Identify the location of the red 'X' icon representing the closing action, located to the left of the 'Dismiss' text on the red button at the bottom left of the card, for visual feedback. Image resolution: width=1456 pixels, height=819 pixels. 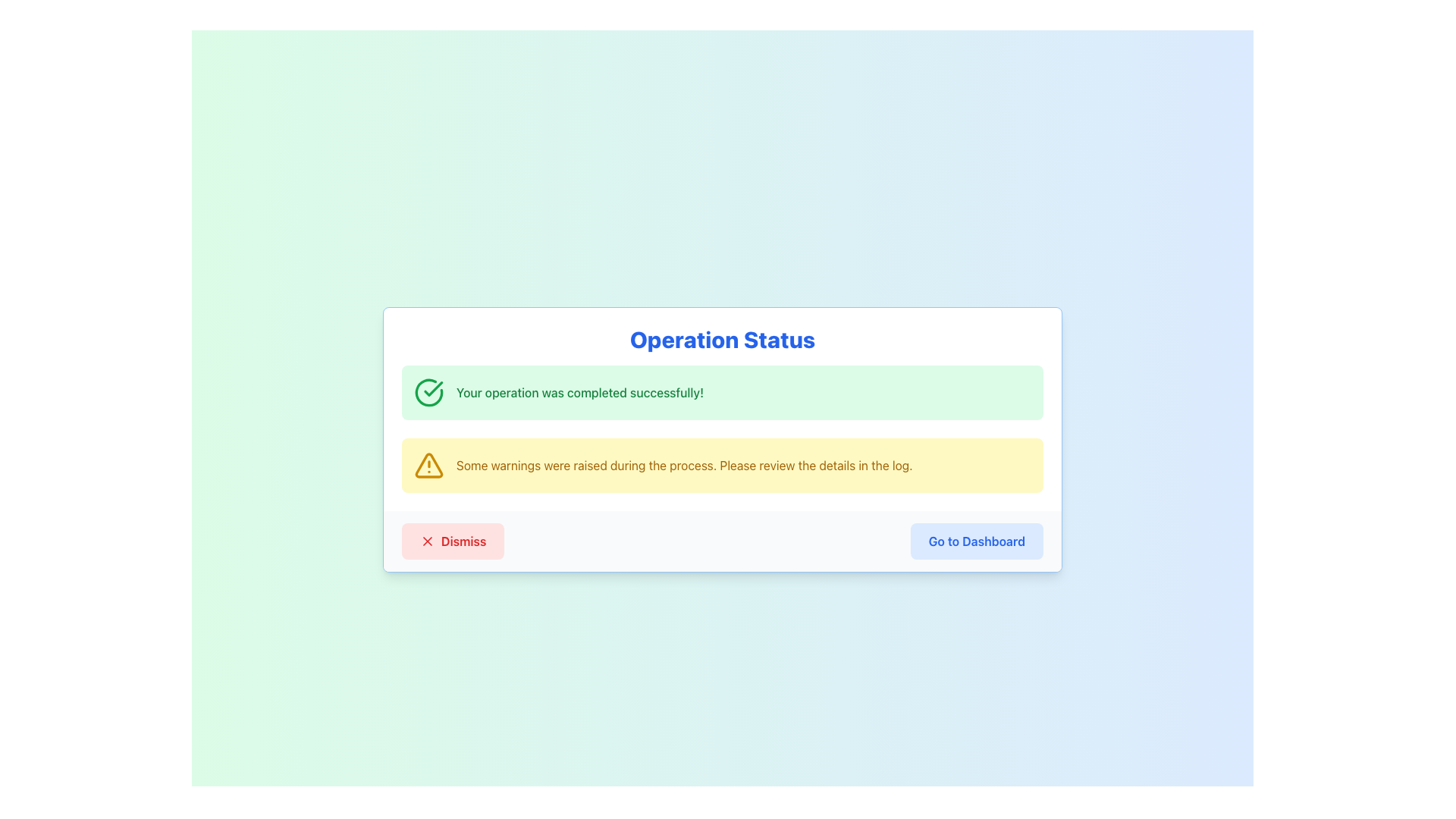
(427, 540).